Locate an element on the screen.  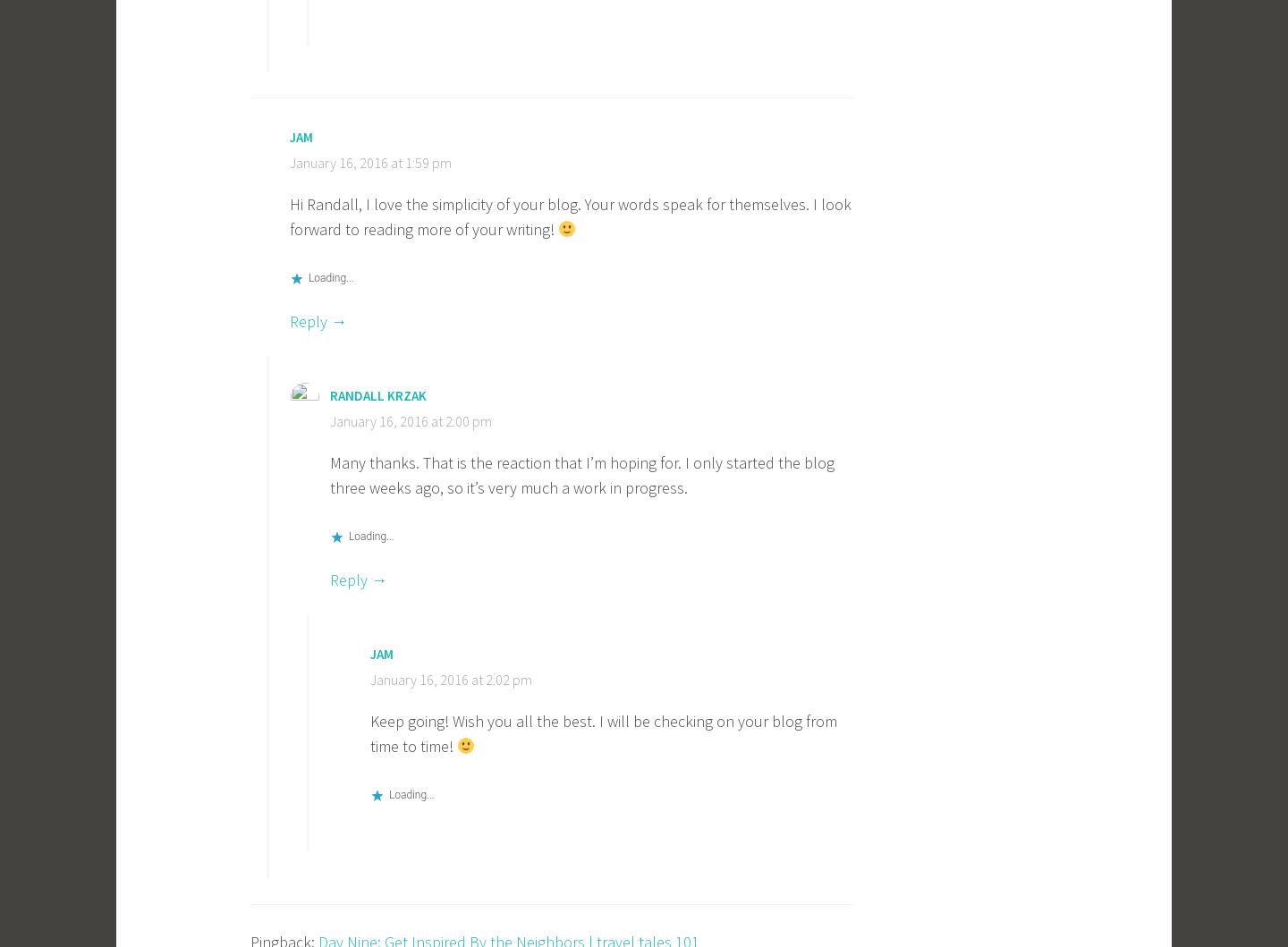
'January 16, 2016 at 2:00 pm' is located at coordinates (411, 419).